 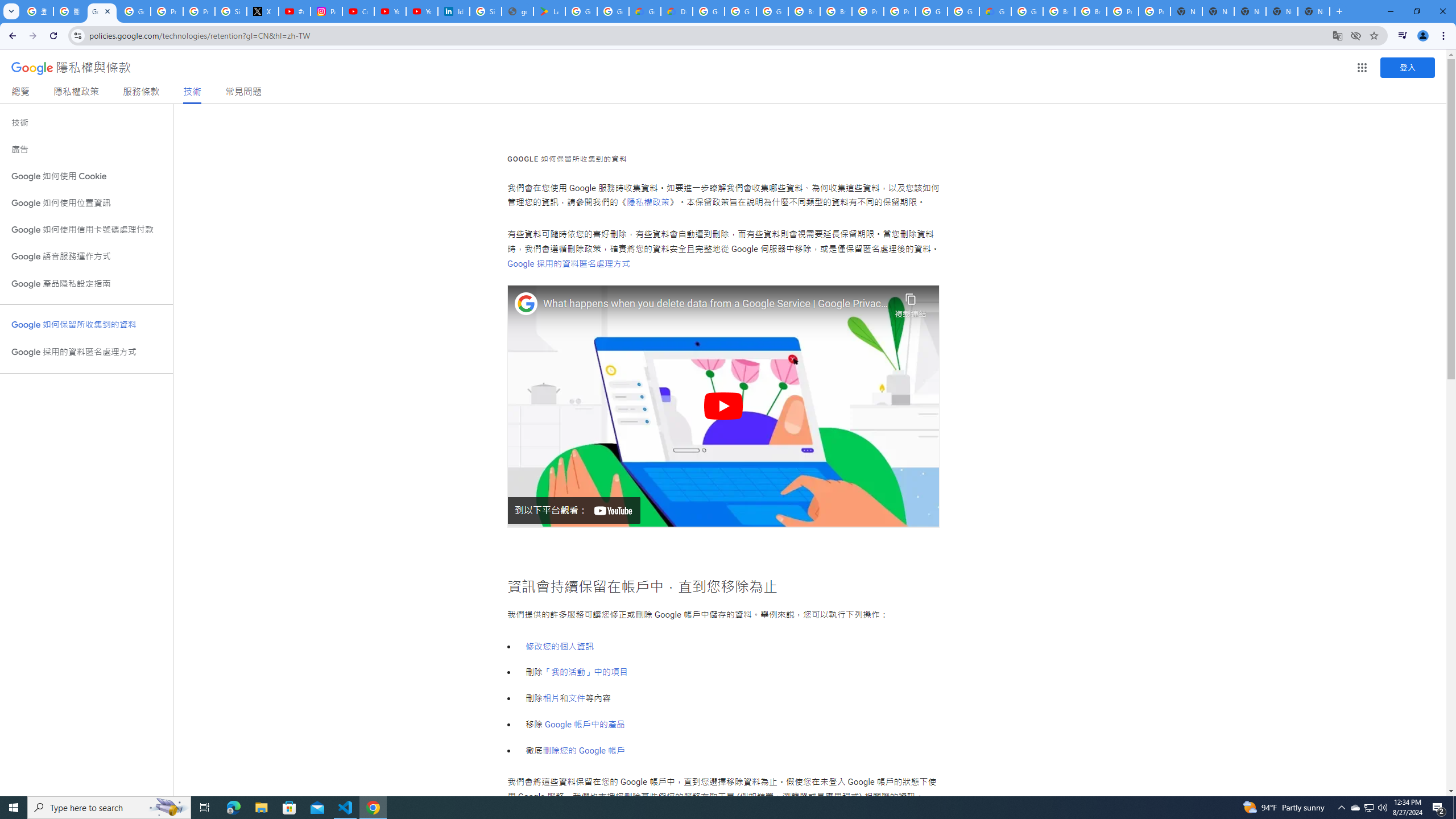 I want to click on 'Google Workspace - Specific Terms', so click(x=614, y=11).